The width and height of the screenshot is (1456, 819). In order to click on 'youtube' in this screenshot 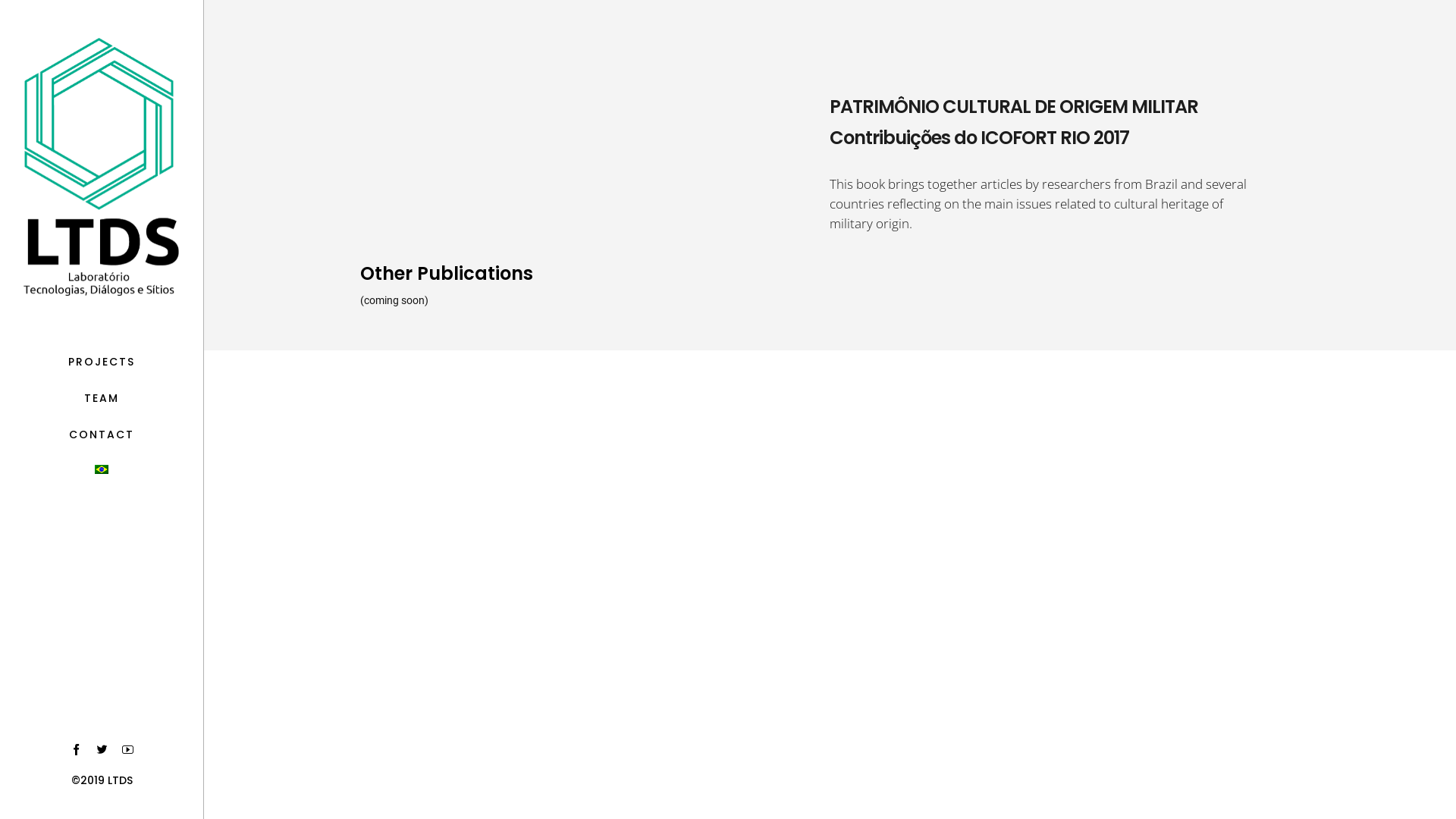, I will do `click(127, 748)`.